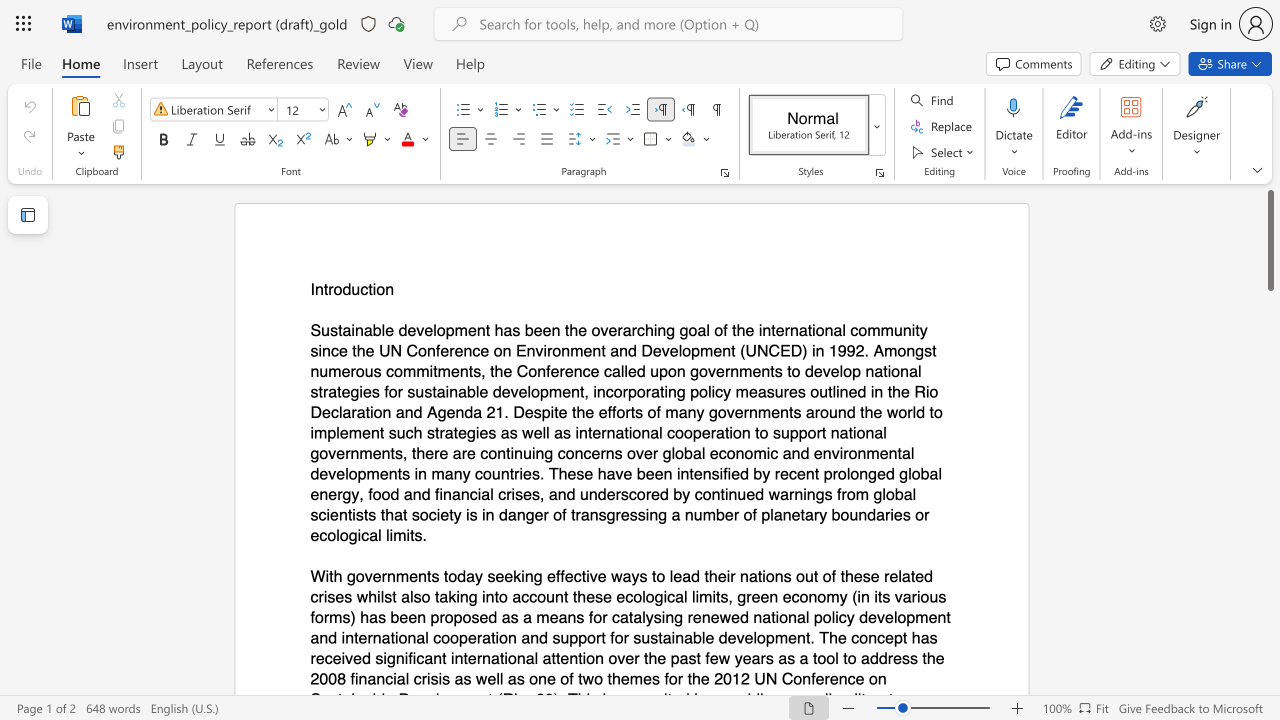 Image resolution: width=1280 pixels, height=720 pixels. Describe the element at coordinates (1269, 390) in the screenshot. I see `the scrollbar to scroll the page down` at that location.